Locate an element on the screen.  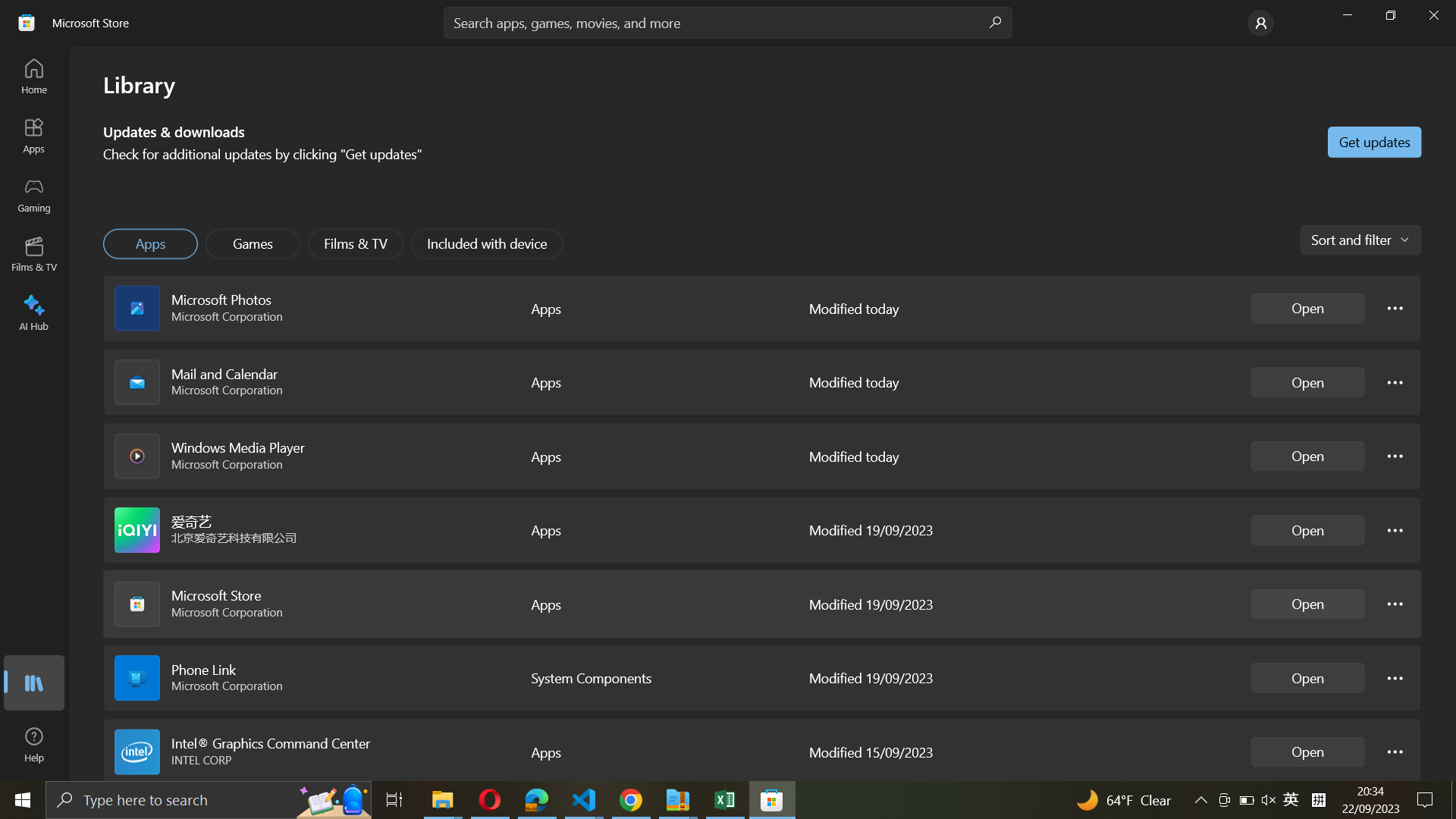
the Games icon is located at coordinates (253, 243).